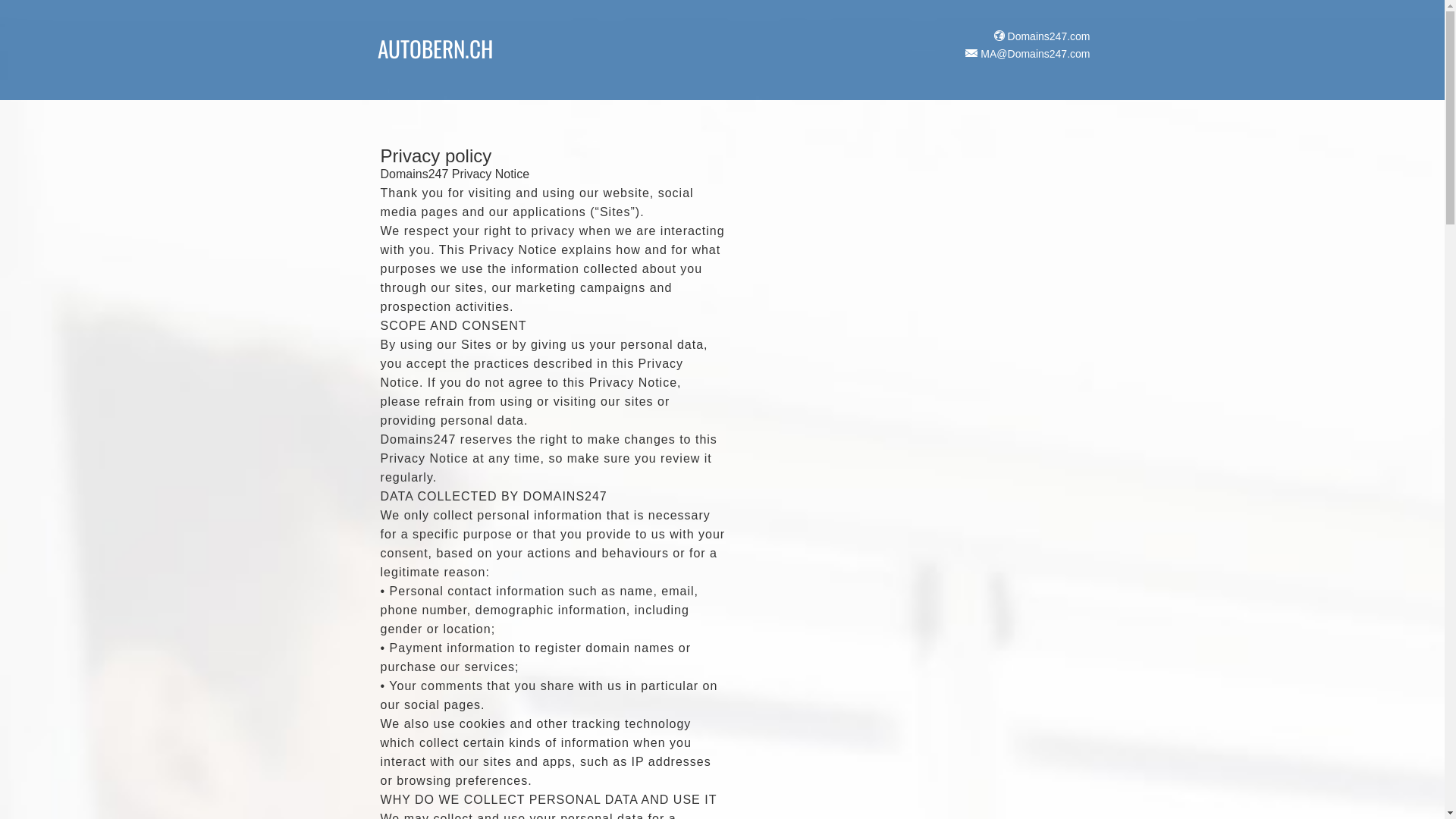 The height and width of the screenshot is (819, 1456). Describe the element at coordinates (960, 52) in the screenshot. I see `'MA@Domains247.com'` at that location.